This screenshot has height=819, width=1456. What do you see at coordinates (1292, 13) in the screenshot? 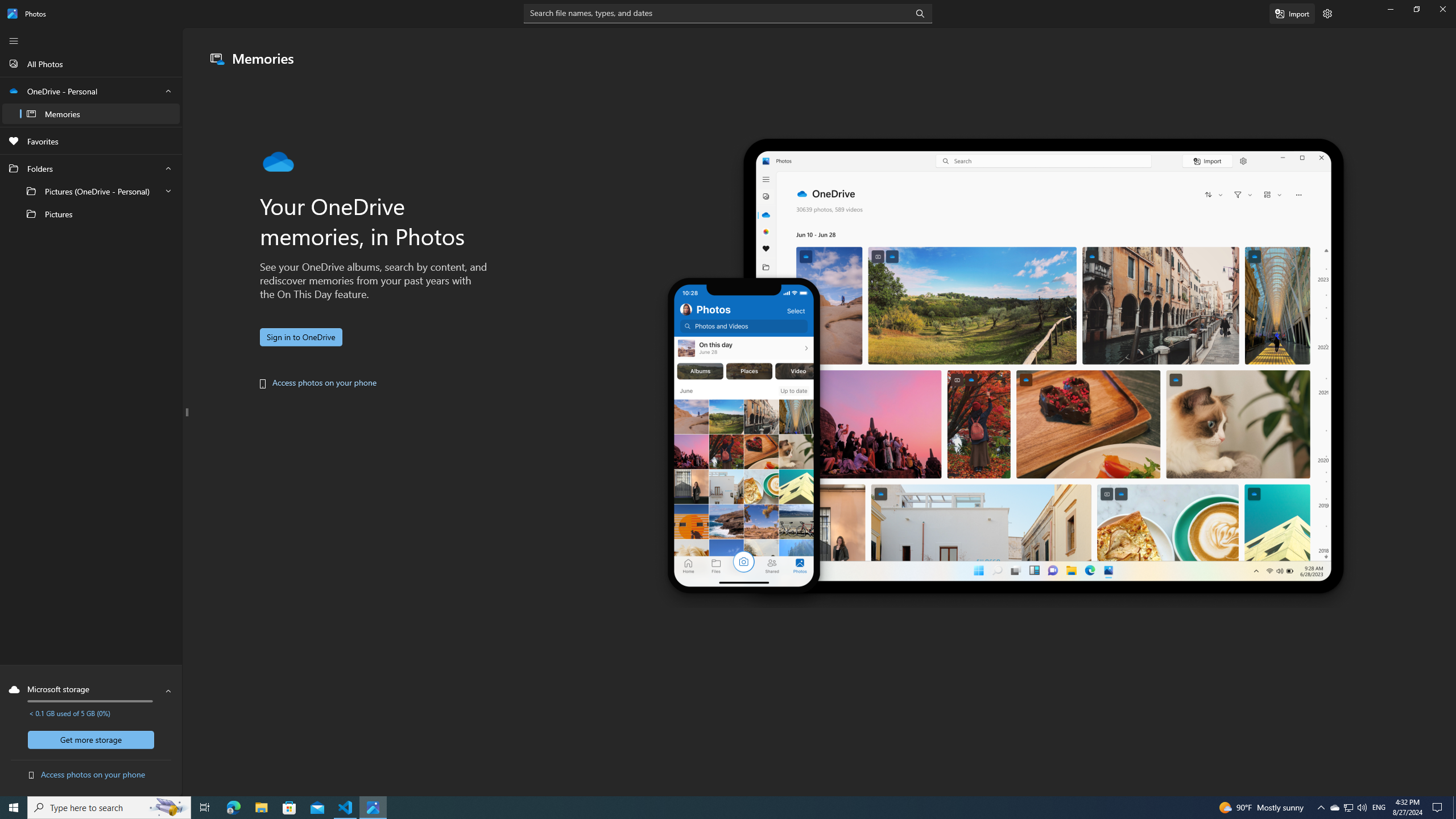
I see `'Import photos'` at bounding box center [1292, 13].